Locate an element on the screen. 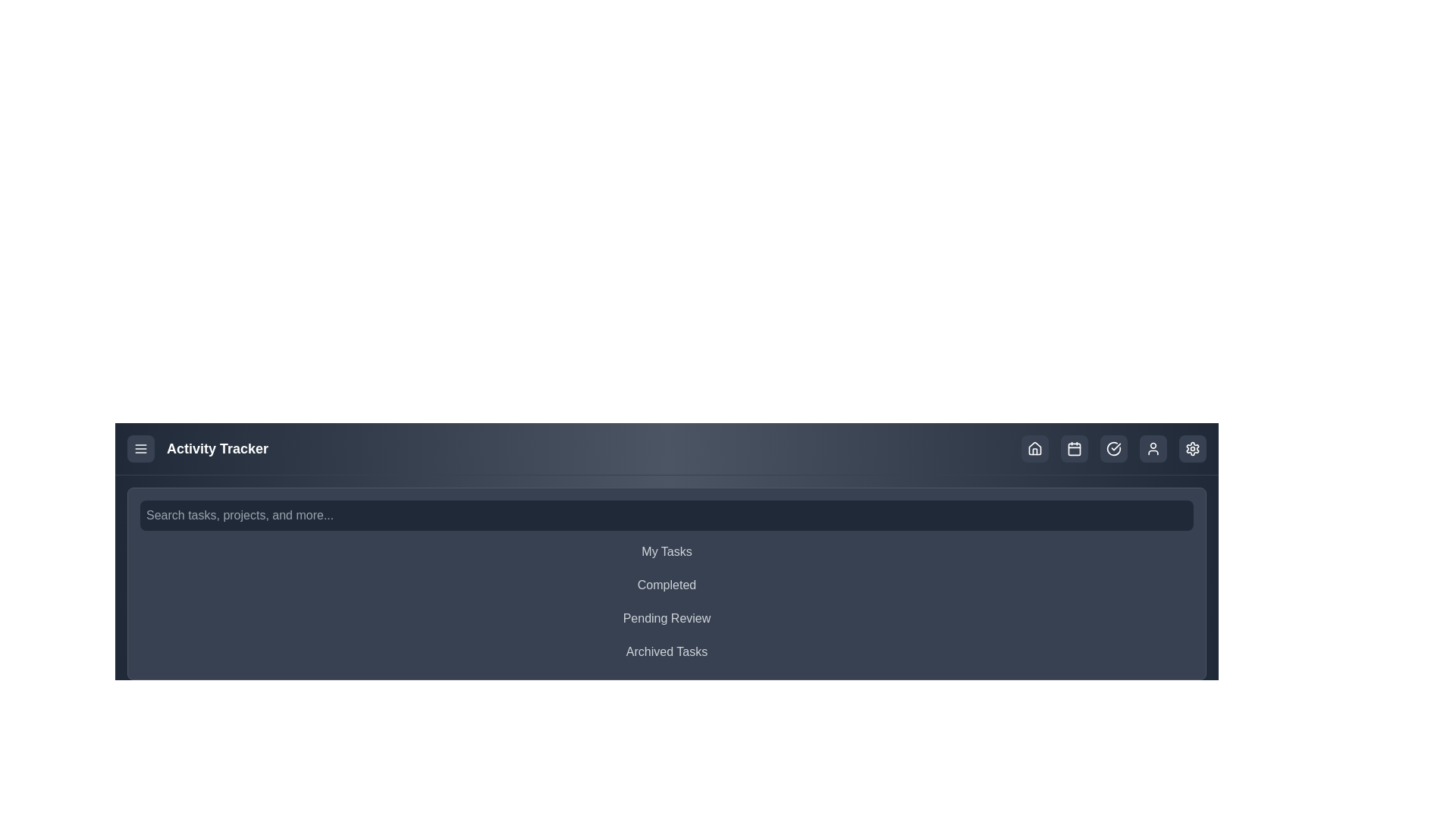  the menu button to toggle the menu is located at coordinates (141, 447).